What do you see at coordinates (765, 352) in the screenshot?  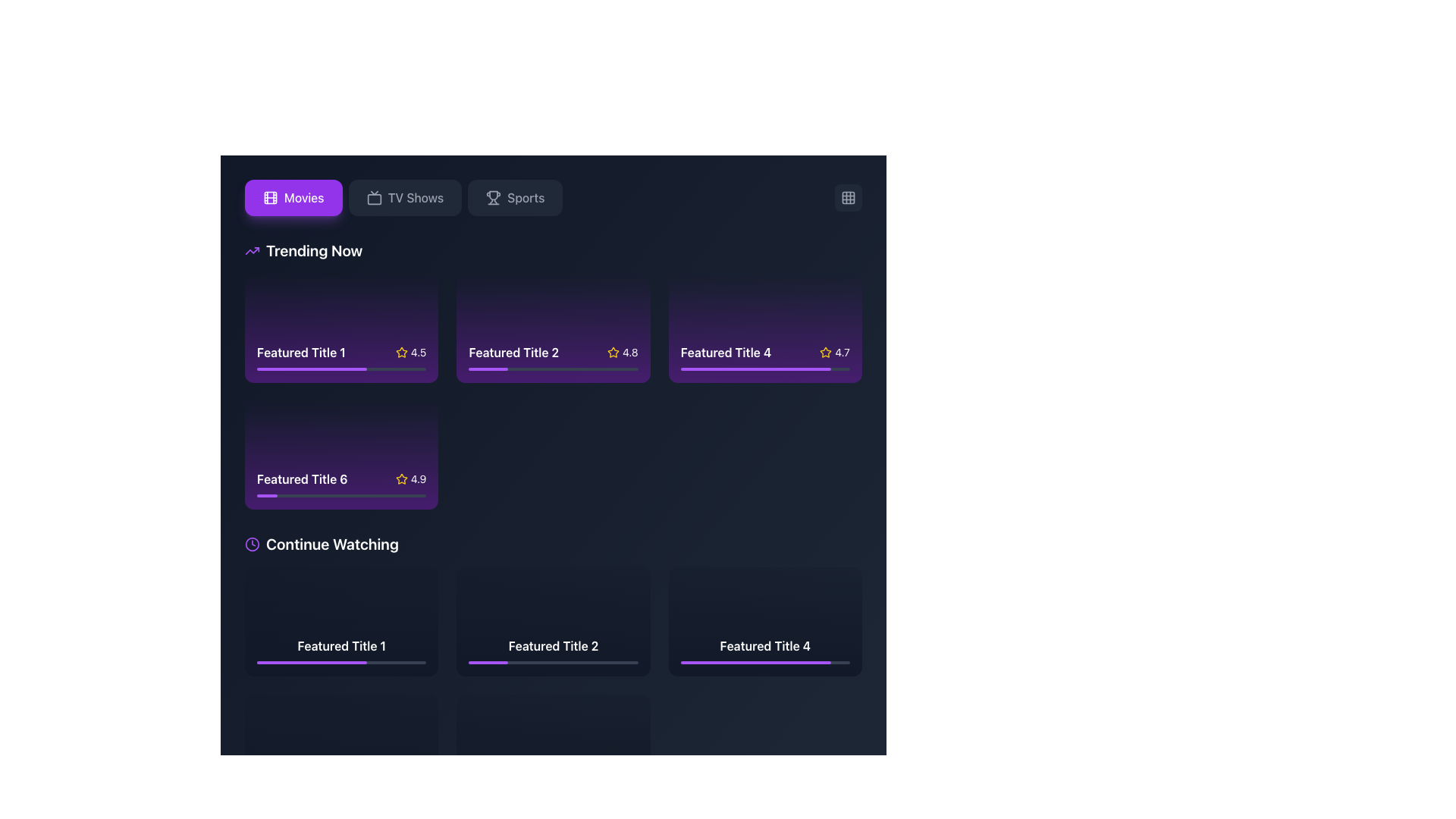 I see `the highlighted content title in the third position of the 'Trending Now' section` at bounding box center [765, 352].